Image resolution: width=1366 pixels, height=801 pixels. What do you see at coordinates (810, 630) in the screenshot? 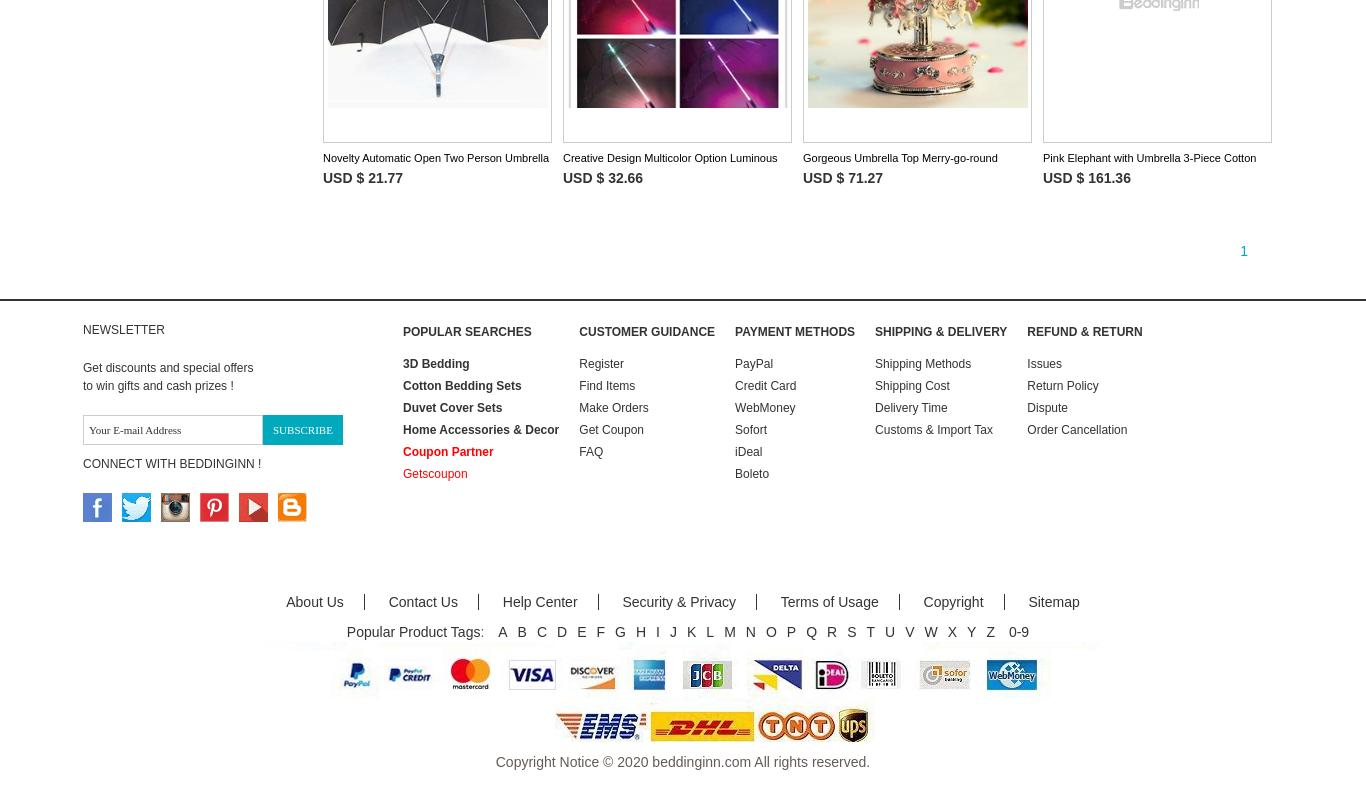
I see `'Q'` at bounding box center [810, 630].